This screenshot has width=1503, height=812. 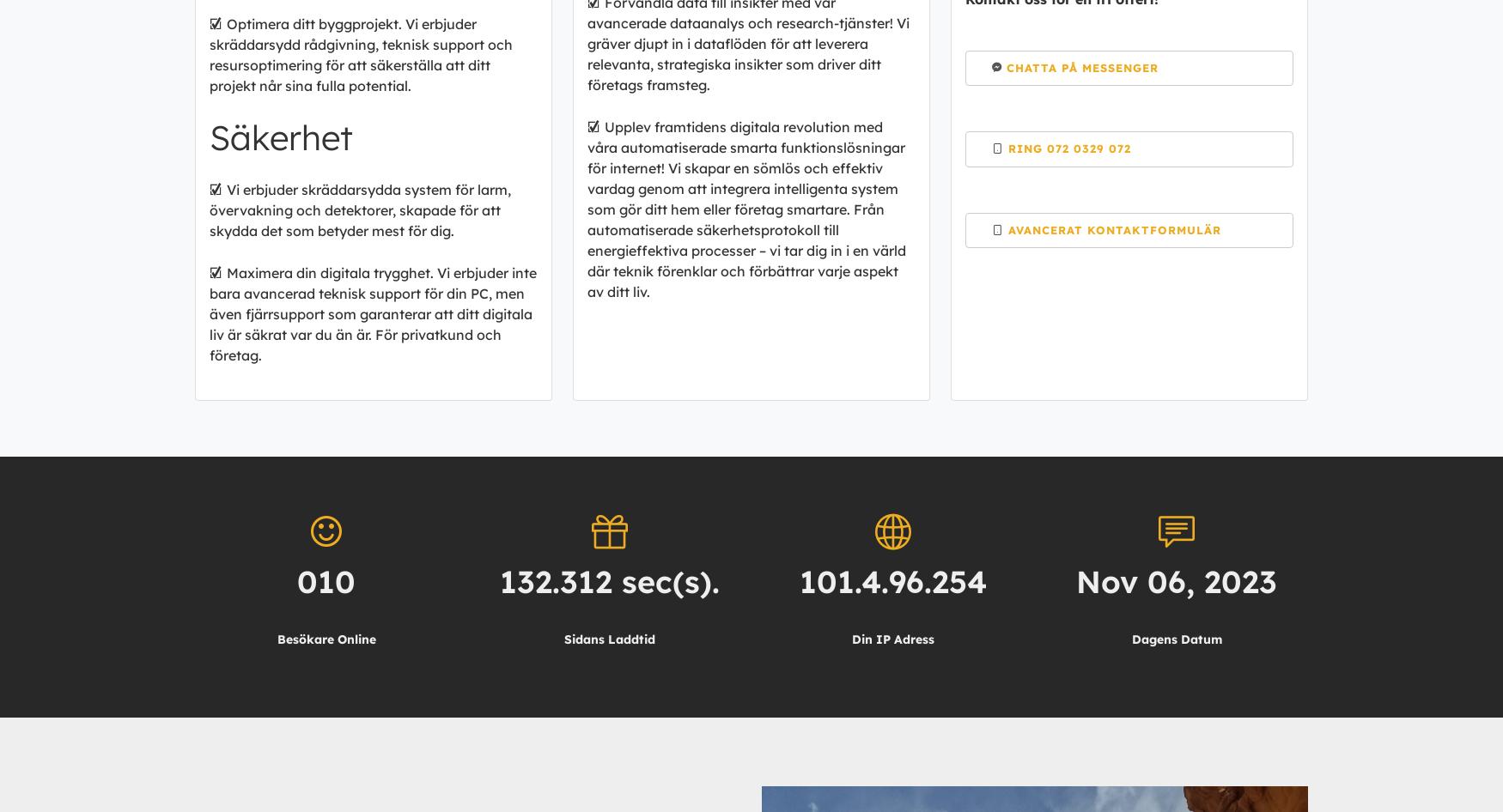 I want to click on 'Ring 072 0329 072', so click(x=1069, y=148).